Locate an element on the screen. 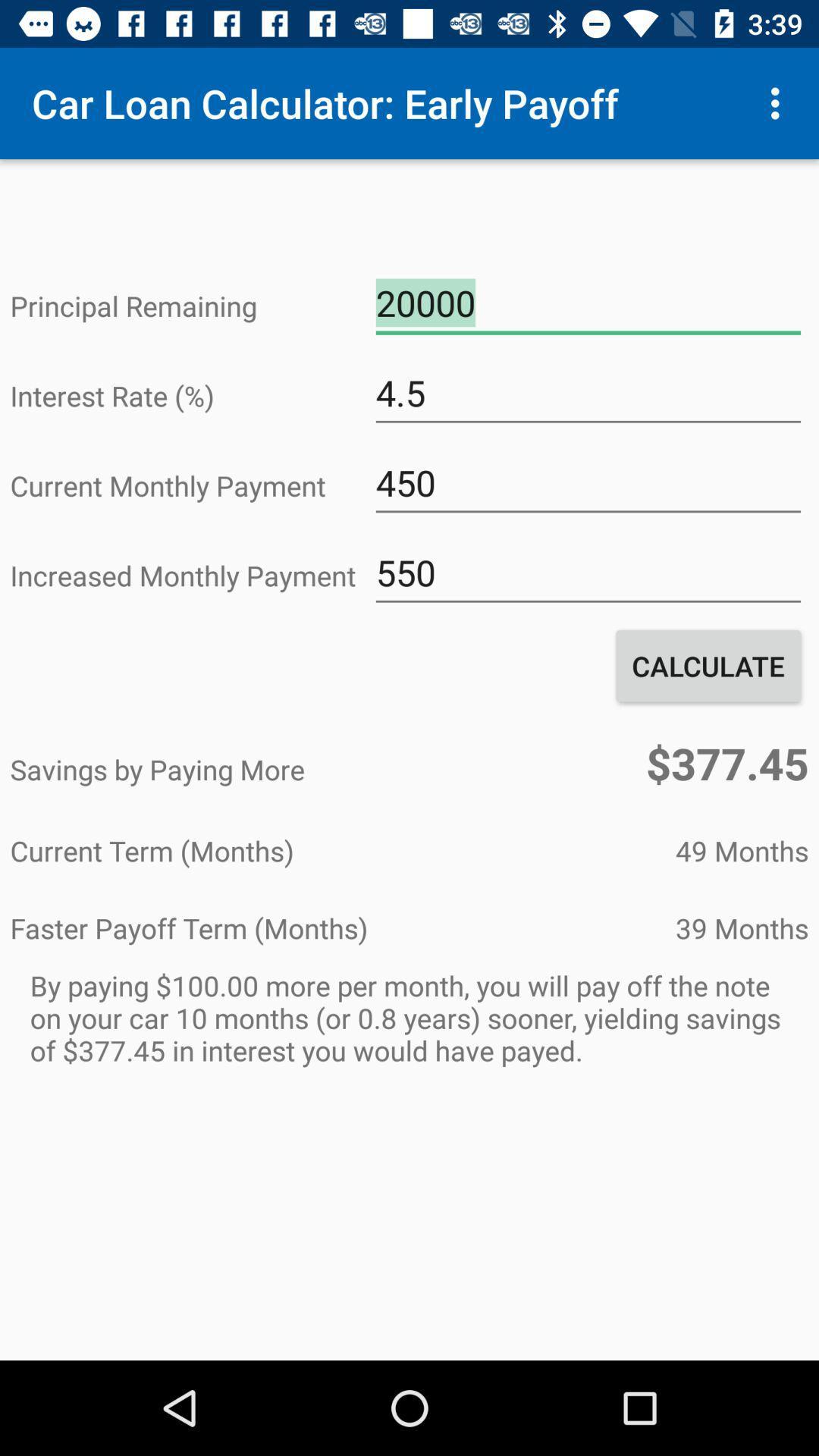 This screenshot has width=819, height=1456. icon next to interest rate (%) is located at coordinates (587, 393).